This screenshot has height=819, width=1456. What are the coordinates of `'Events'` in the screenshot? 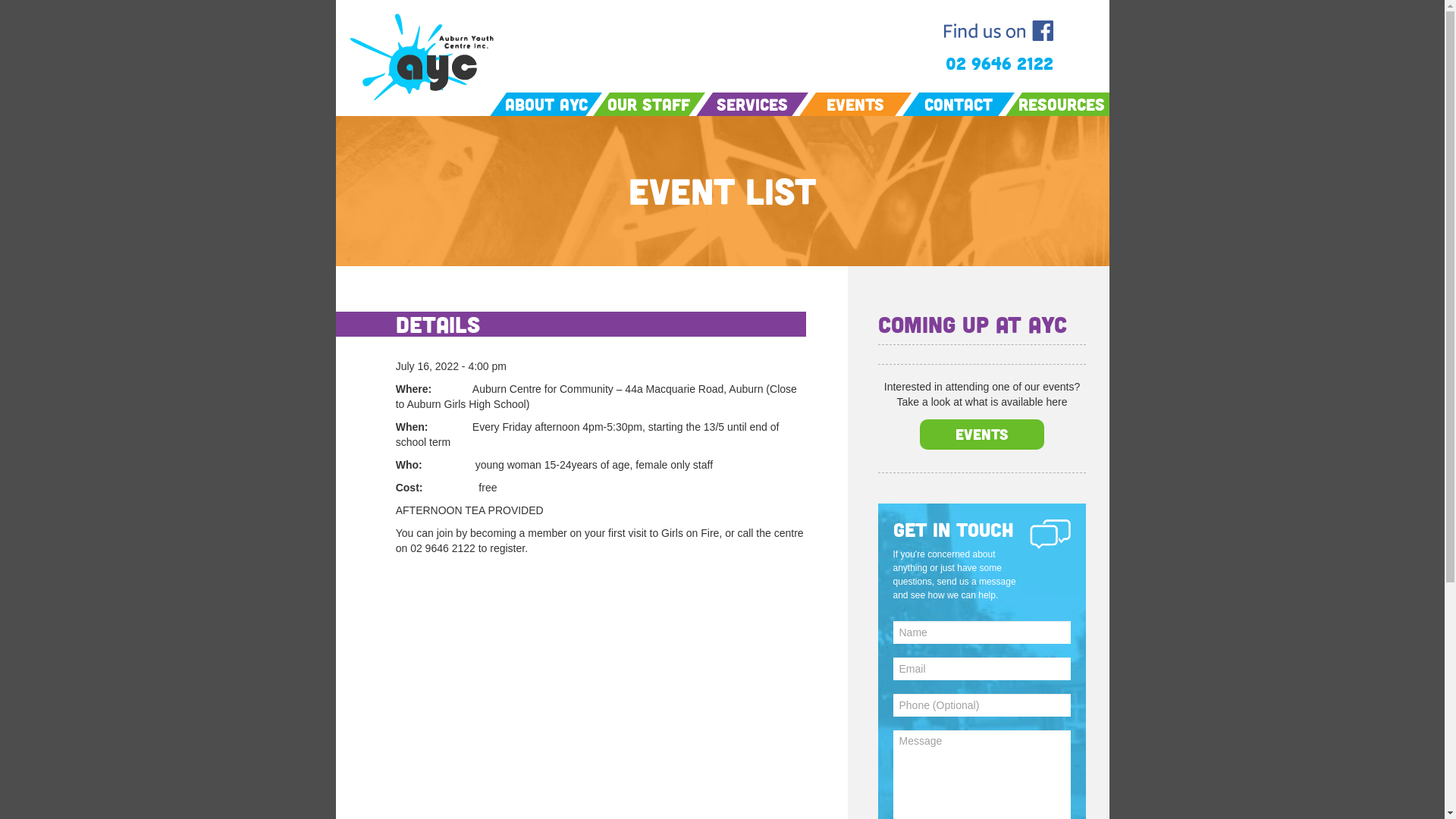 It's located at (855, 103).